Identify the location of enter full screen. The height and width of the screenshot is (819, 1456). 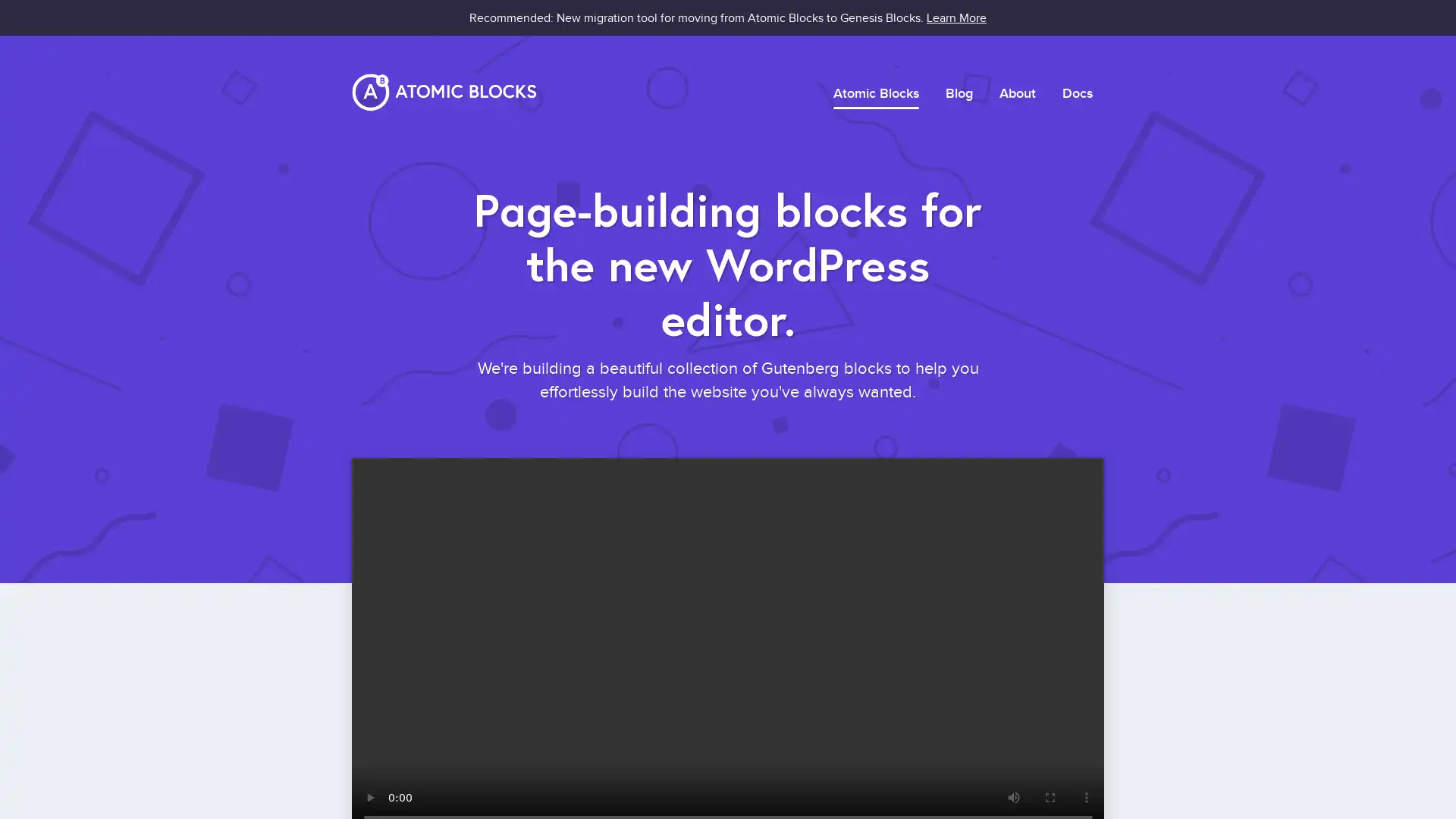
(1048, 797).